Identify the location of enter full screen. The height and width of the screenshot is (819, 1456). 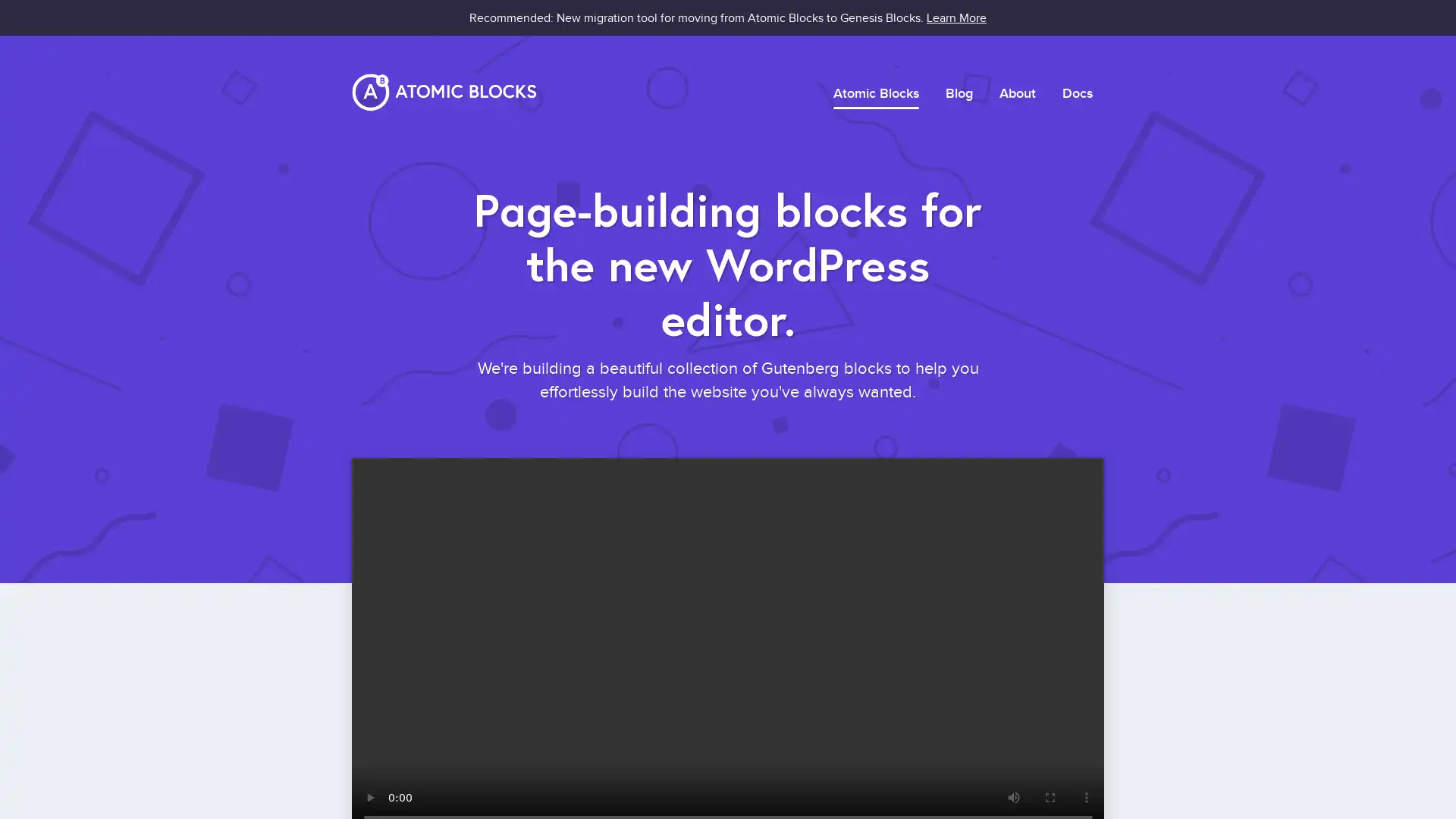
(1048, 797).